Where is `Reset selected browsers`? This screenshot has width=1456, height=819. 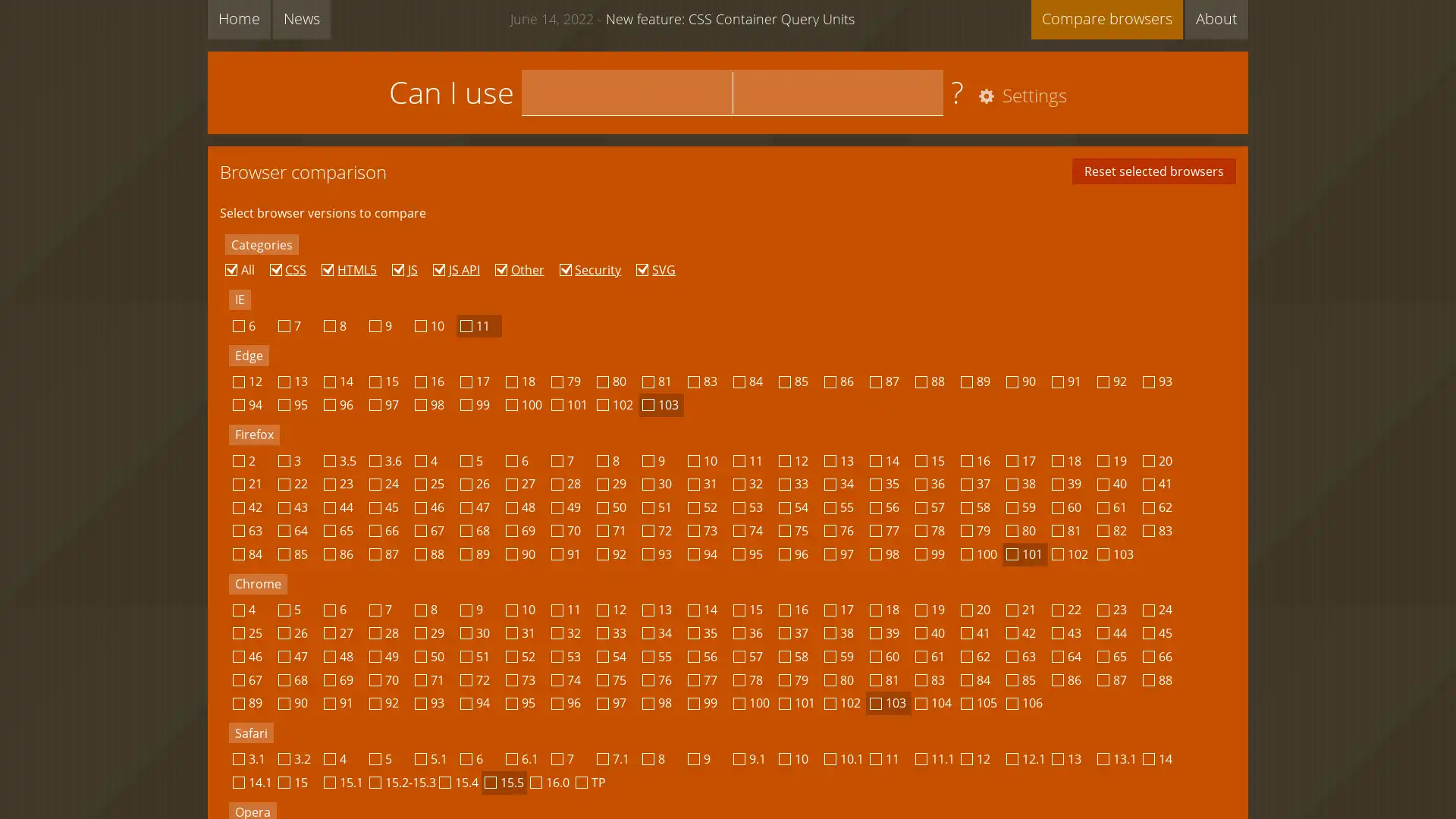 Reset selected browsers is located at coordinates (1153, 171).